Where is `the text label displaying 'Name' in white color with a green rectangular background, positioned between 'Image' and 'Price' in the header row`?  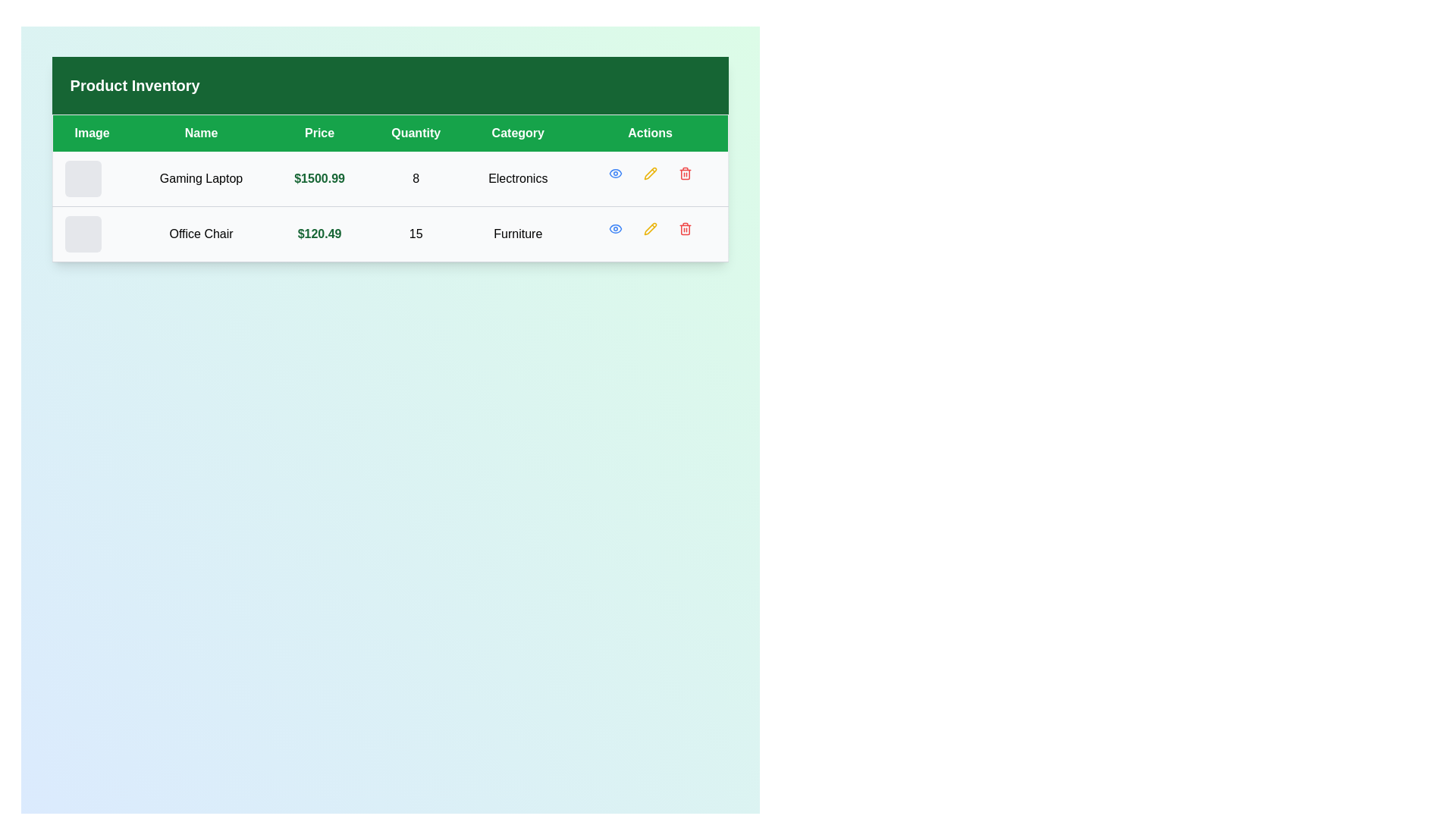 the text label displaying 'Name' in white color with a green rectangular background, positioned between 'Image' and 'Price' in the header row is located at coordinates (200, 132).